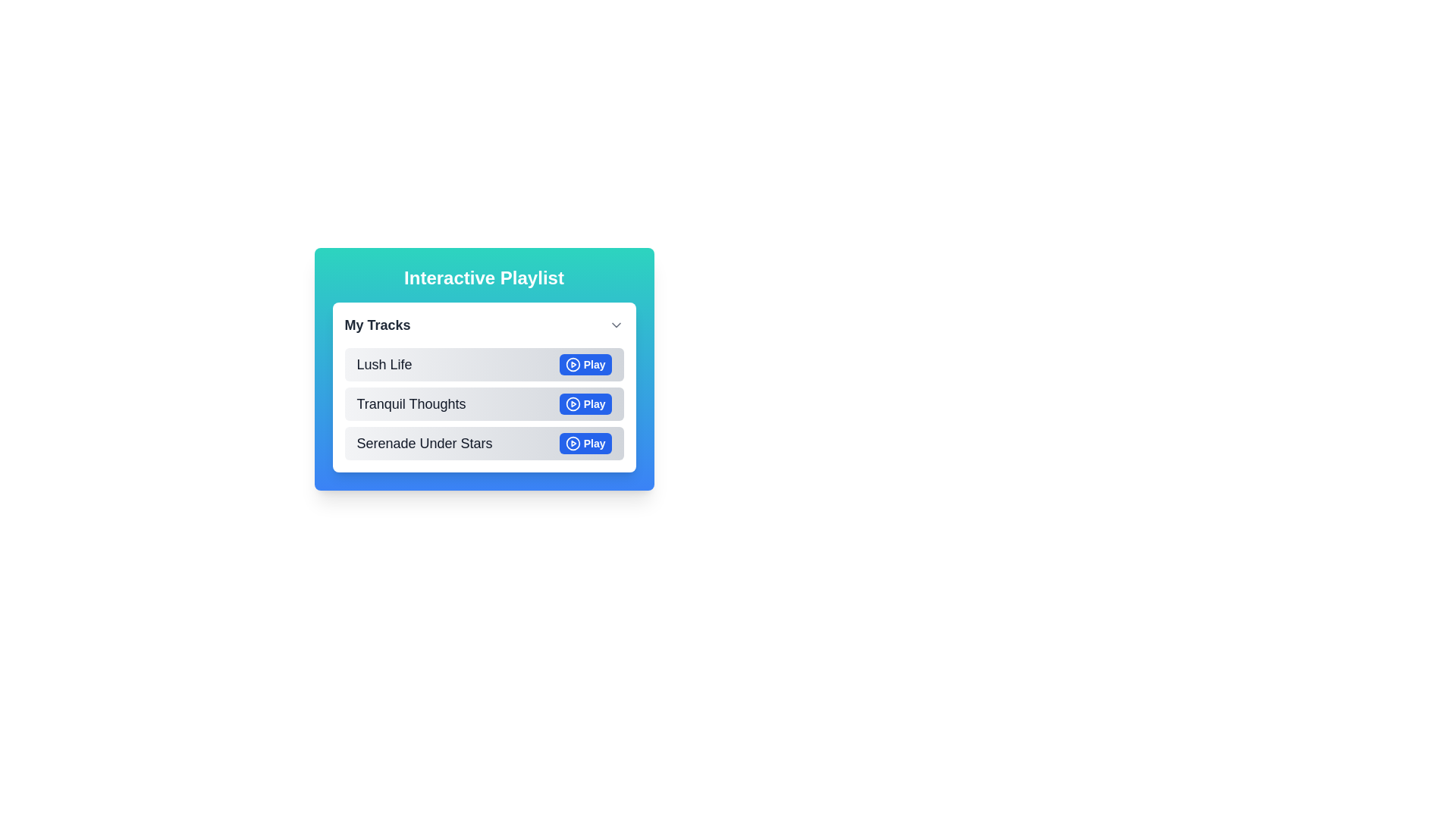 This screenshot has height=819, width=1456. Describe the element at coordinates (572, 444) in the screenshot. I see `the circular SVG graphic with a blue stroke located within the 'Play' button for the 'Serenade Under Stars' track` at that location.